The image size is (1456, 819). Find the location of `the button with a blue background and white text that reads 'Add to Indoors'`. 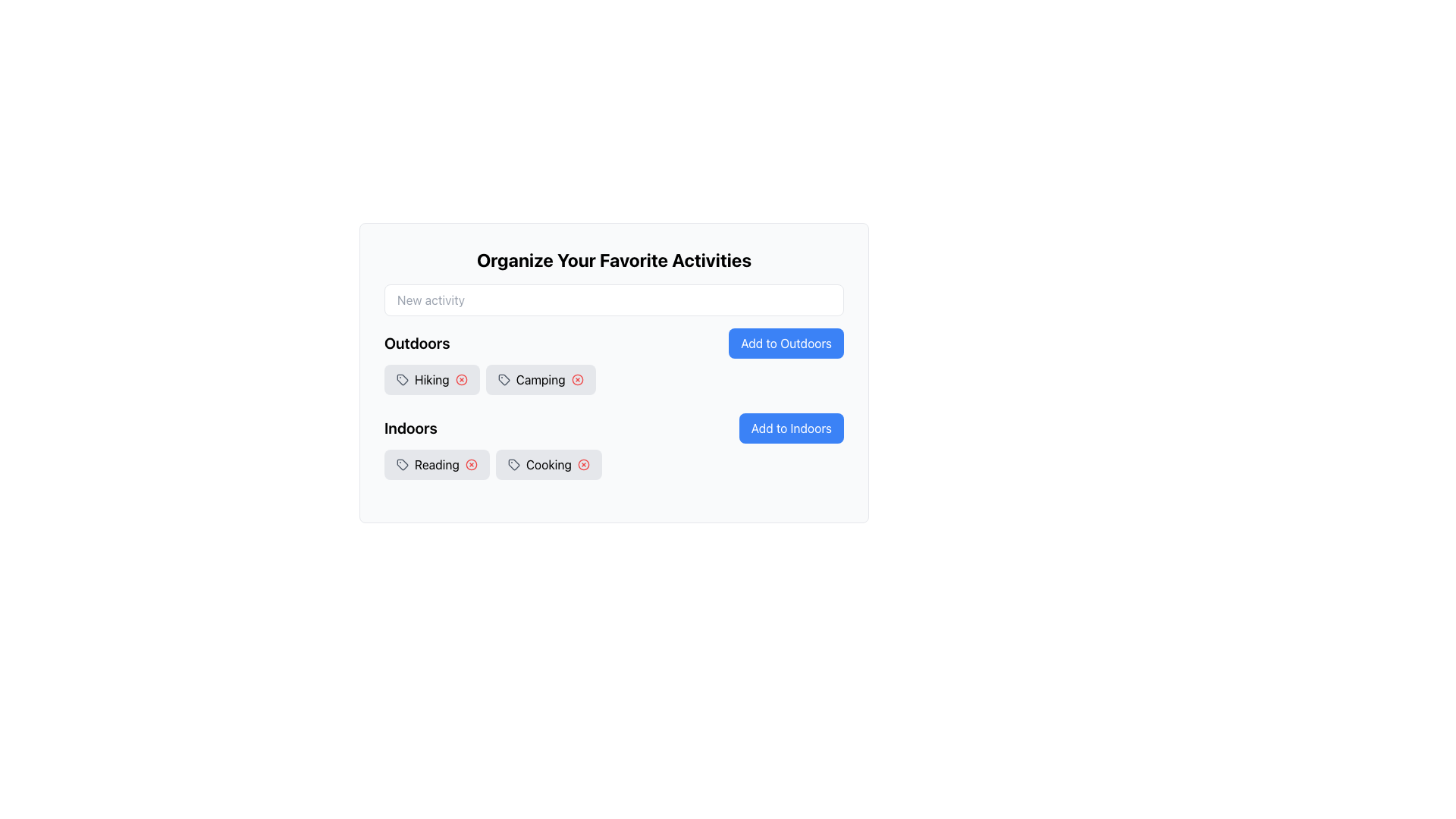

the button with a blue background and white text that reads 'Add to Indoors' is located at coordinates (790, 428).